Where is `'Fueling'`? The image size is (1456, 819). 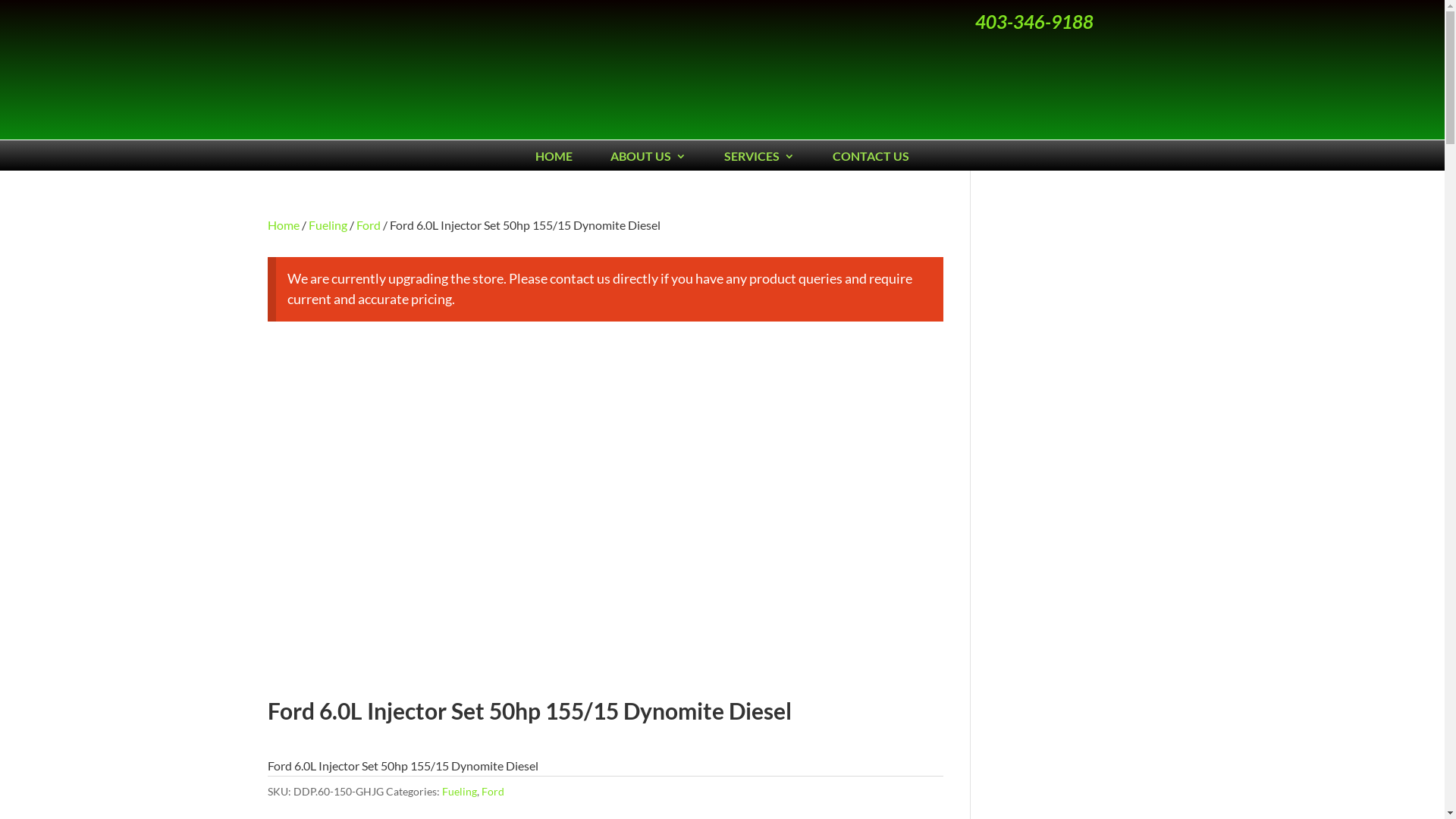
'Fueling' is located at coordinates (326, 224).